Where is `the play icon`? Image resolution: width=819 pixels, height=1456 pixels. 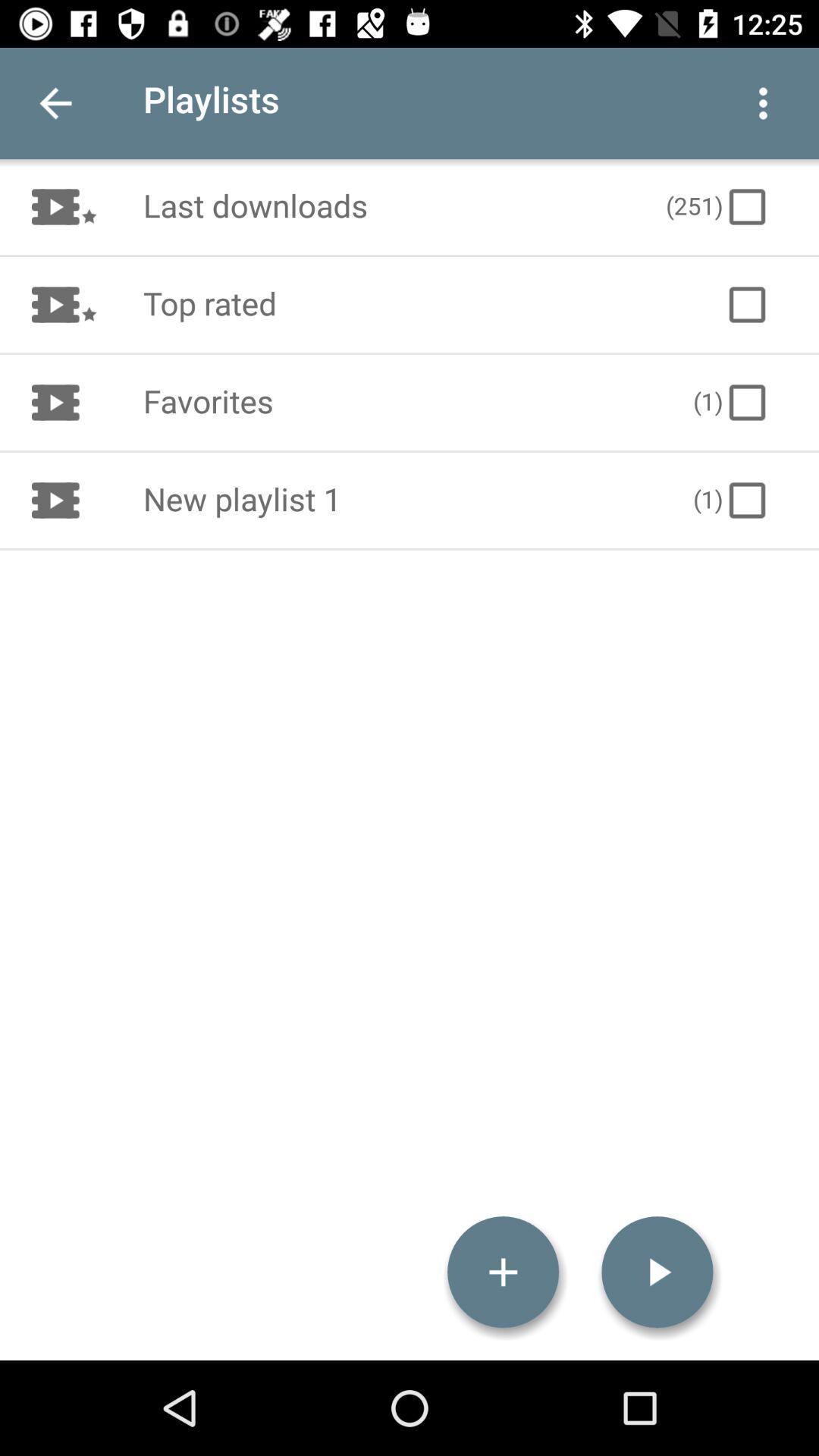
the play icon is located at coordinates (657, 1272).